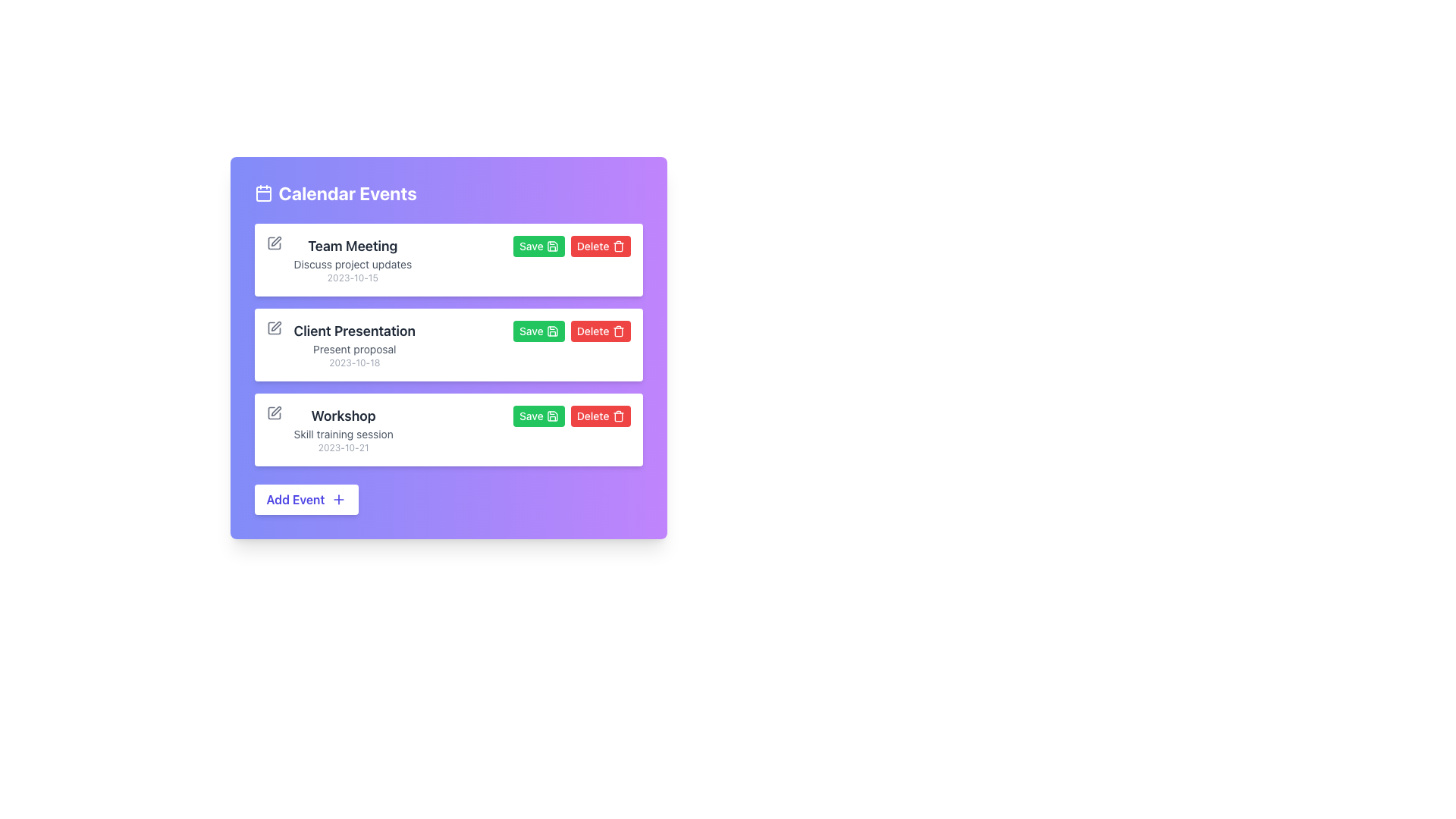  What do you see at coordinates (343, 435) in the screenshot?
I see `the static text element located beneath the heading 'Workshop' and above the date '2023-10-21' in the third event card` at bounding box center [343, 435].